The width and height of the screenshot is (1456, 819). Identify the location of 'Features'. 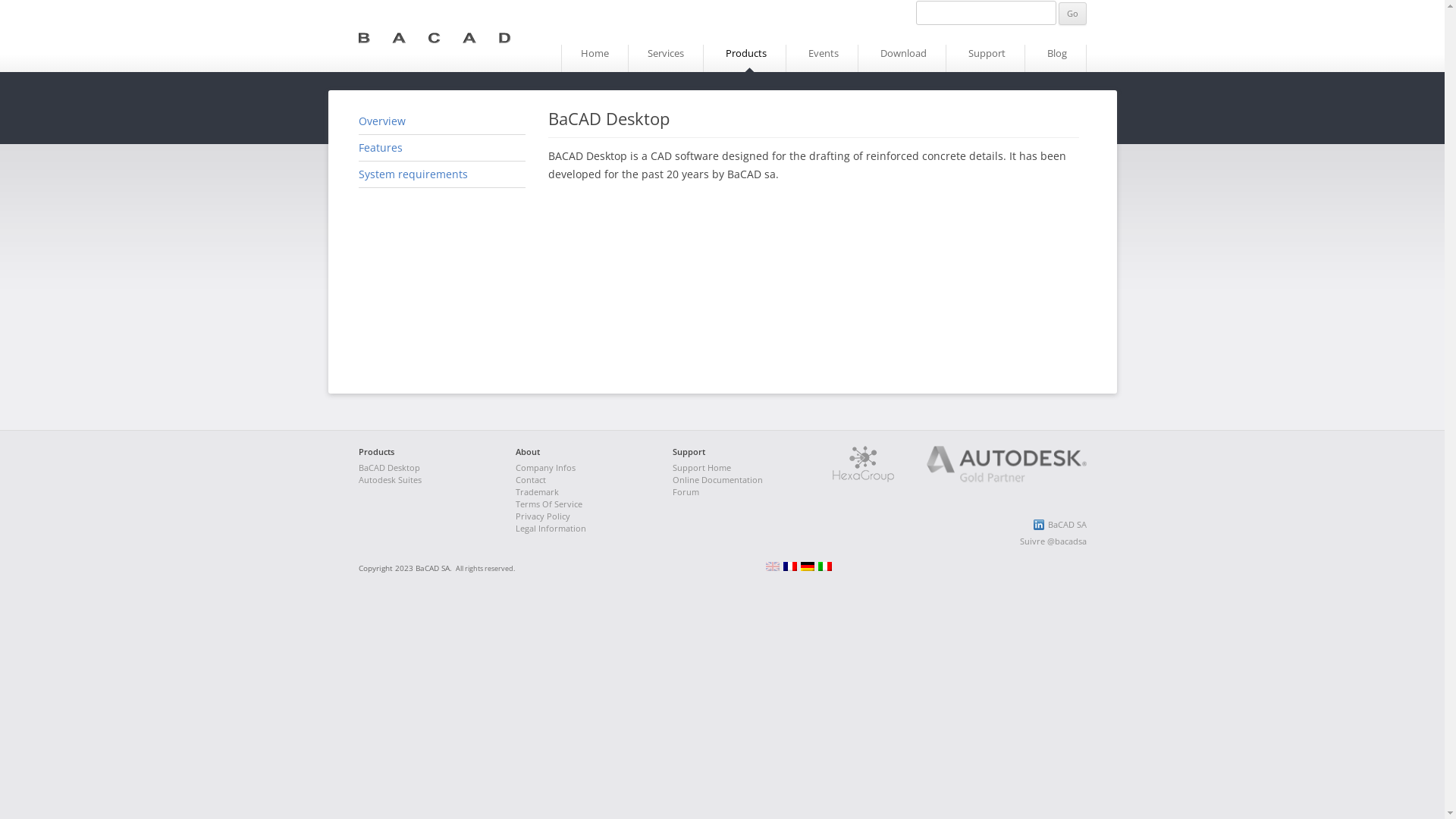
(356, 147).